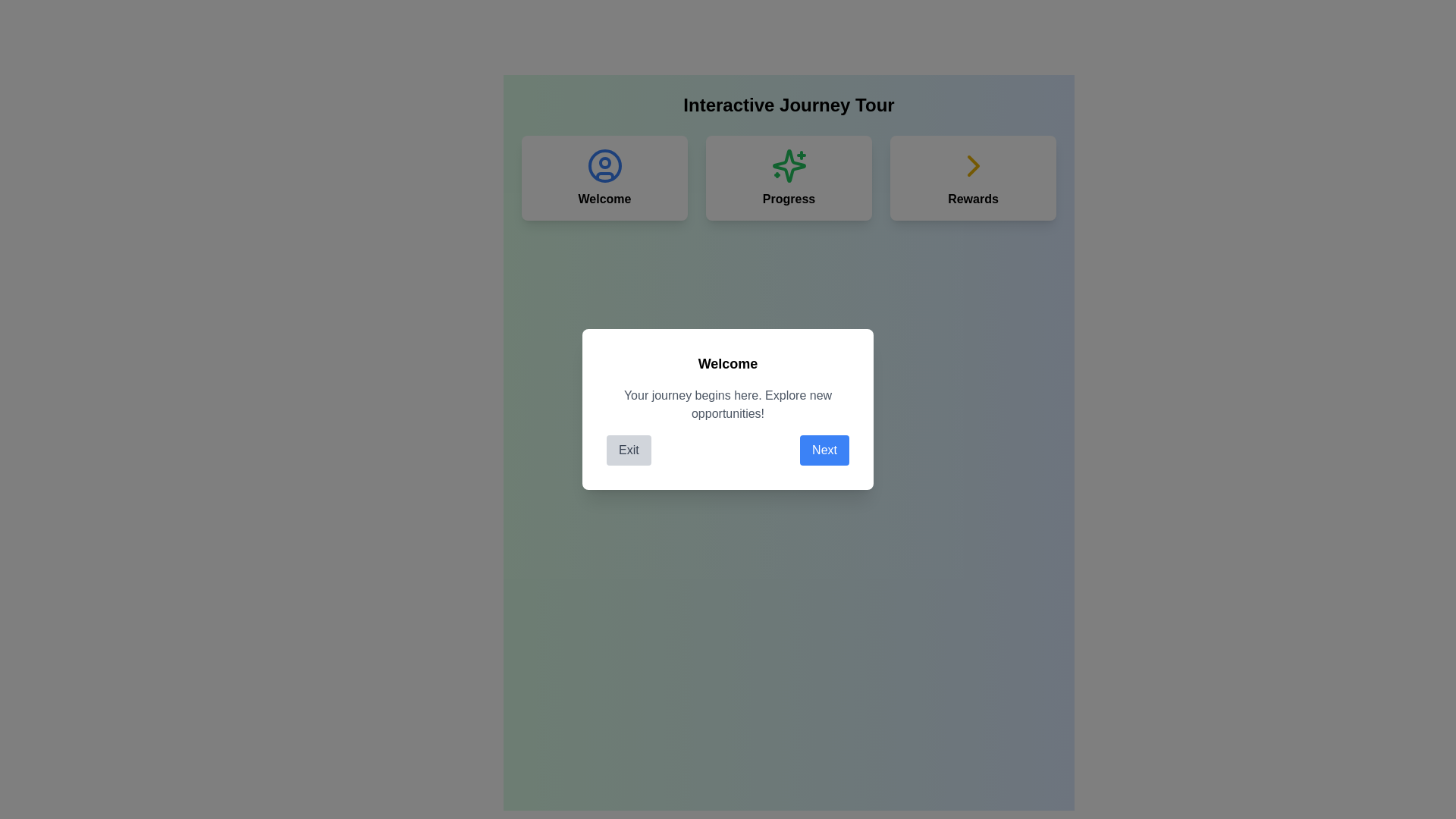 This screenshot has height=819, width=1456. What do you see at coordinates (973, 166) in the screenshot?
I see `the vector graphic icon representing navigation in the 'Rewards' section, located in the center right of the third card in a horizontal list of three cards` at bounding box center [973, 166].